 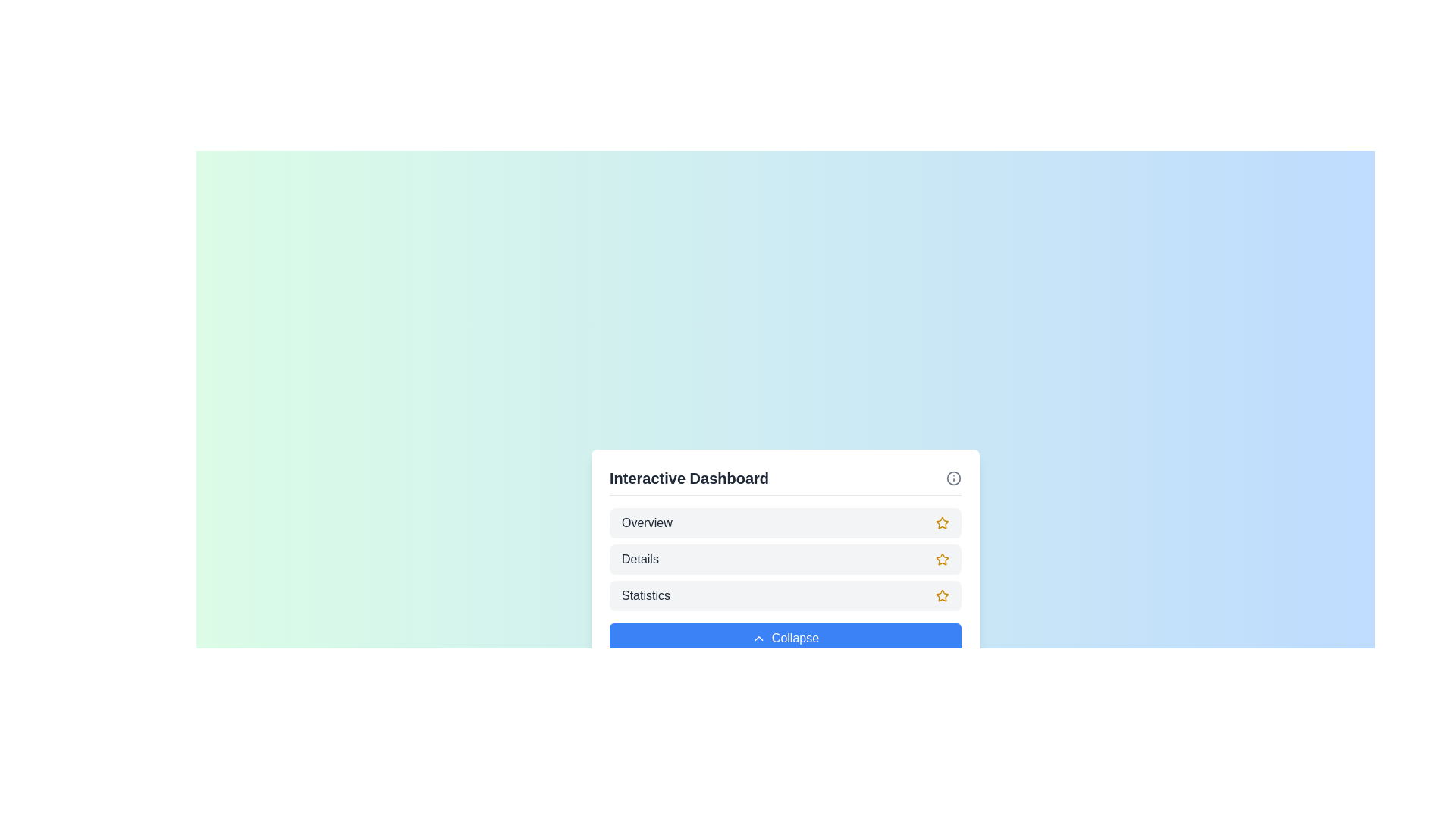 What do you see at coordinates (942, 522) in the screenshot?
I see `the star icon located to the far right of the 'Overview' text in the top item of the menu to mark it as a favorite` at bounding box center [942, 522].